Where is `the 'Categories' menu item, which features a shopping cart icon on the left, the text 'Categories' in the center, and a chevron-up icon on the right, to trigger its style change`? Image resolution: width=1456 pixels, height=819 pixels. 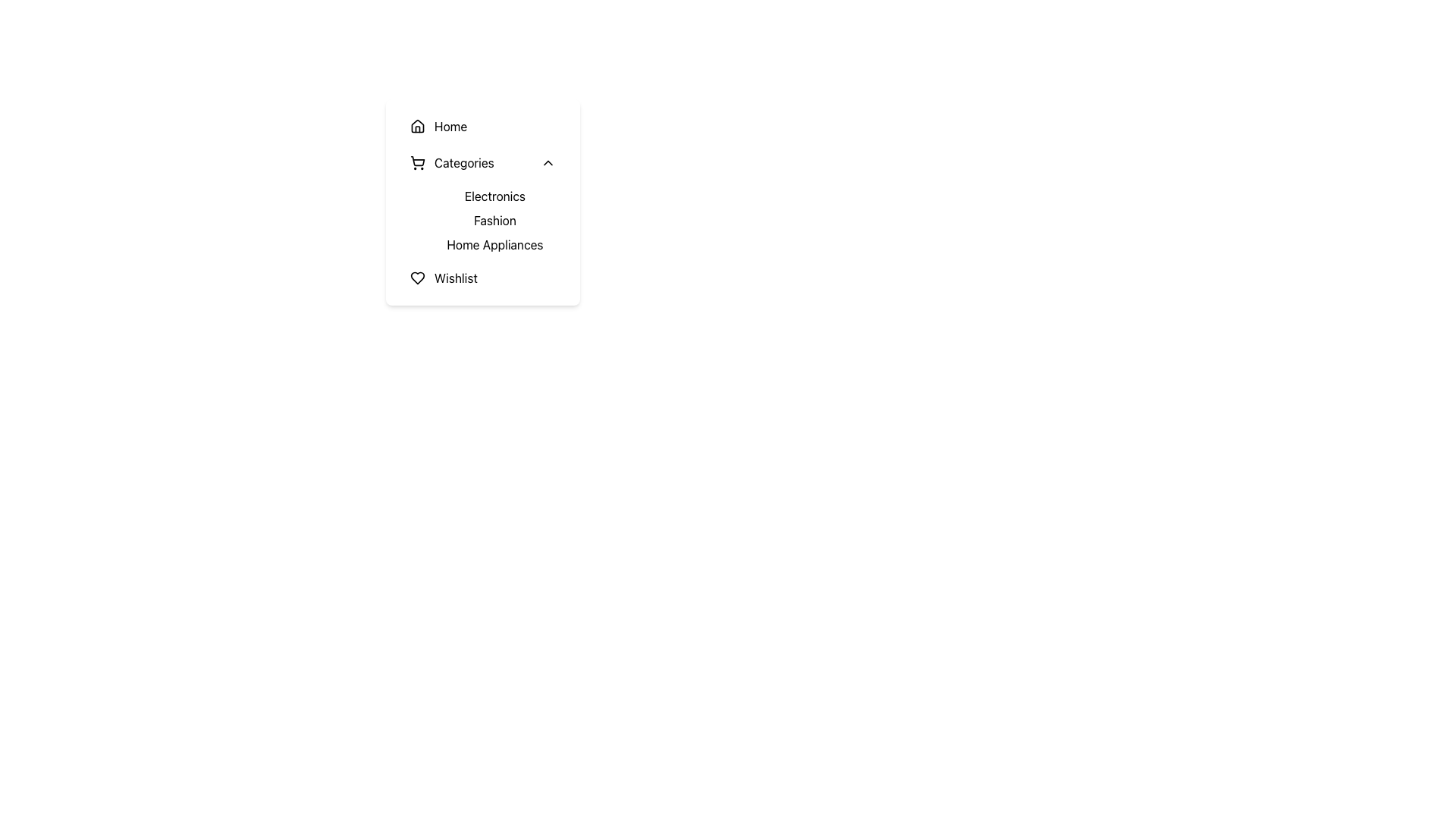
the 'Categories' menu item, which features a shopping cart icon on the left, the text 'Categories' in the center, and a chevron-up icon on the right, to trigger its style change is located at coordinates (482, 163).